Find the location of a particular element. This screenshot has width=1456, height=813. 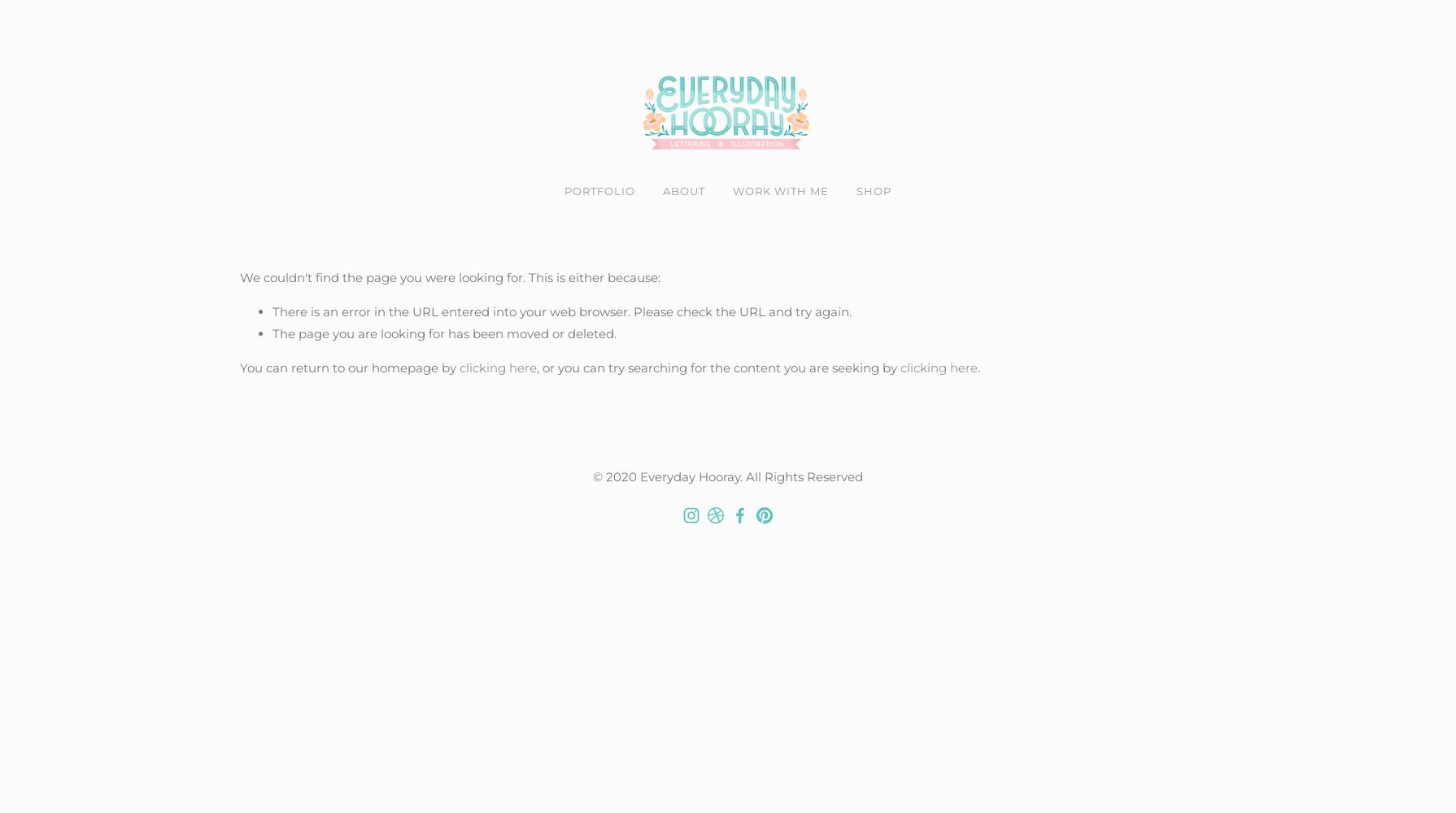

'© 2020 Everyday Hooray. All Rights Reserved' is located at coordinates (728, 475).